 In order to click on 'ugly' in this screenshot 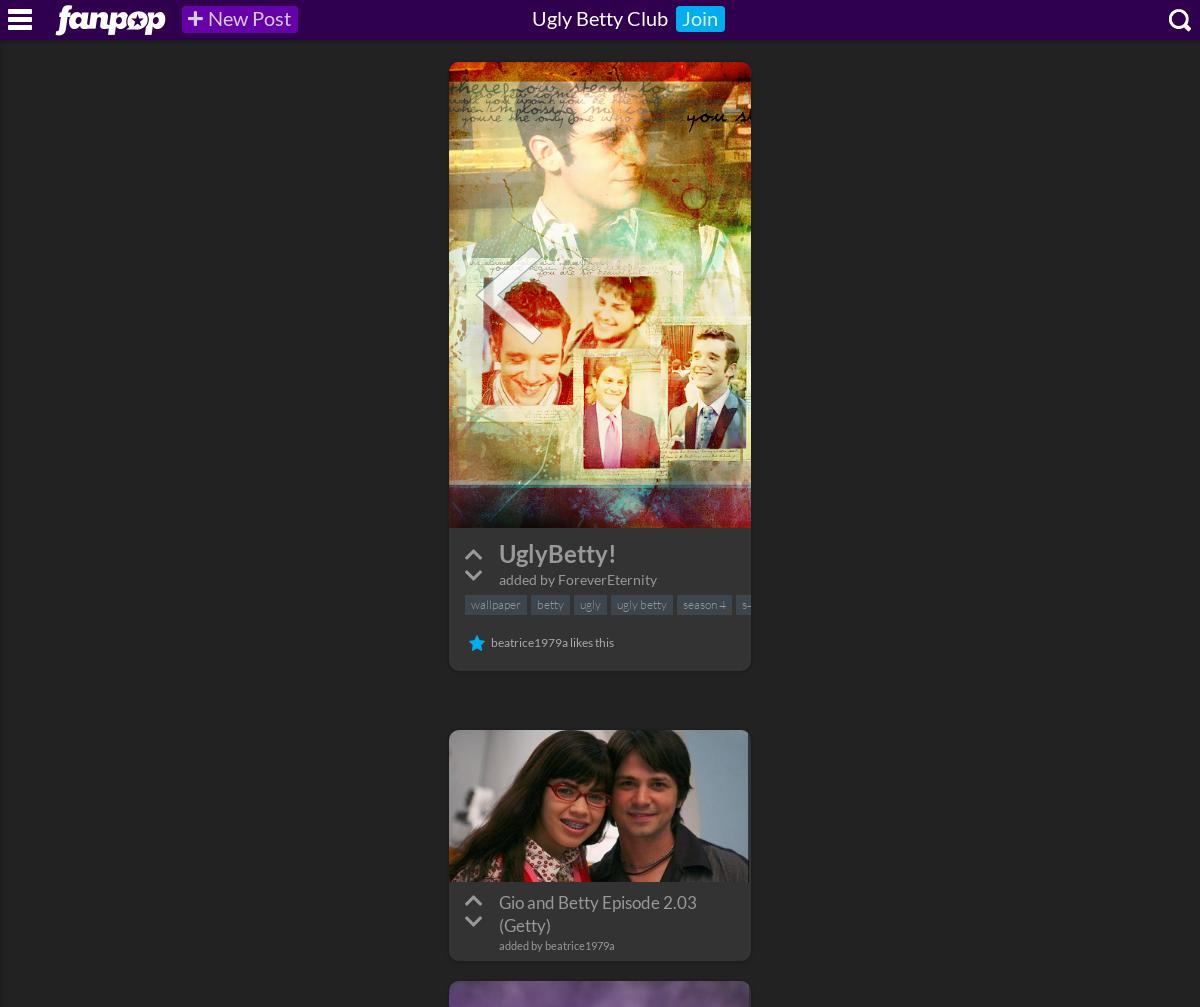, I will do `click(578, 603)`.